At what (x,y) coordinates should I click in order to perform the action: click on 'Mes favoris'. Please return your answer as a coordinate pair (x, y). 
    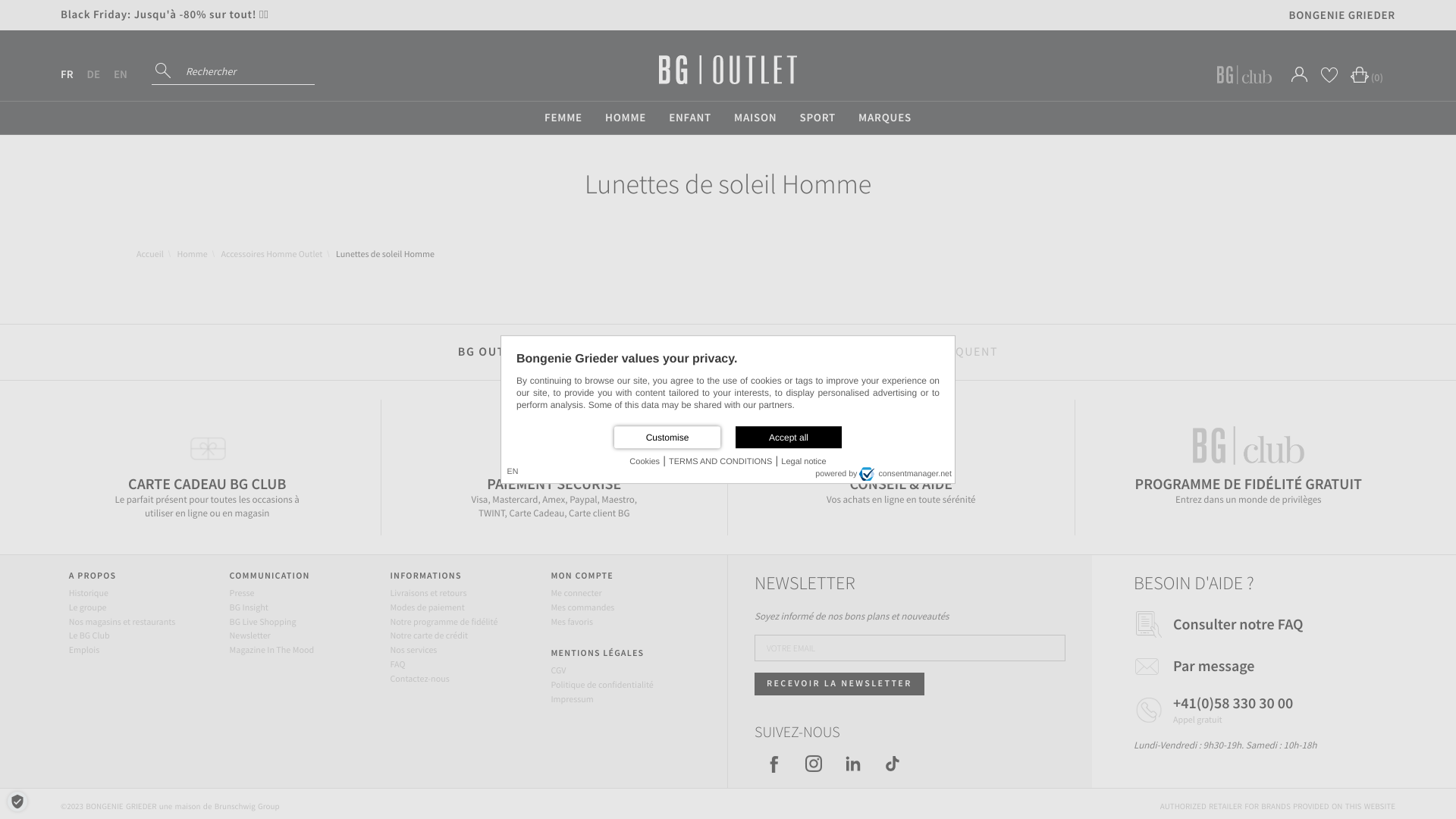
    Looking at the image, I should click on (570, 622).